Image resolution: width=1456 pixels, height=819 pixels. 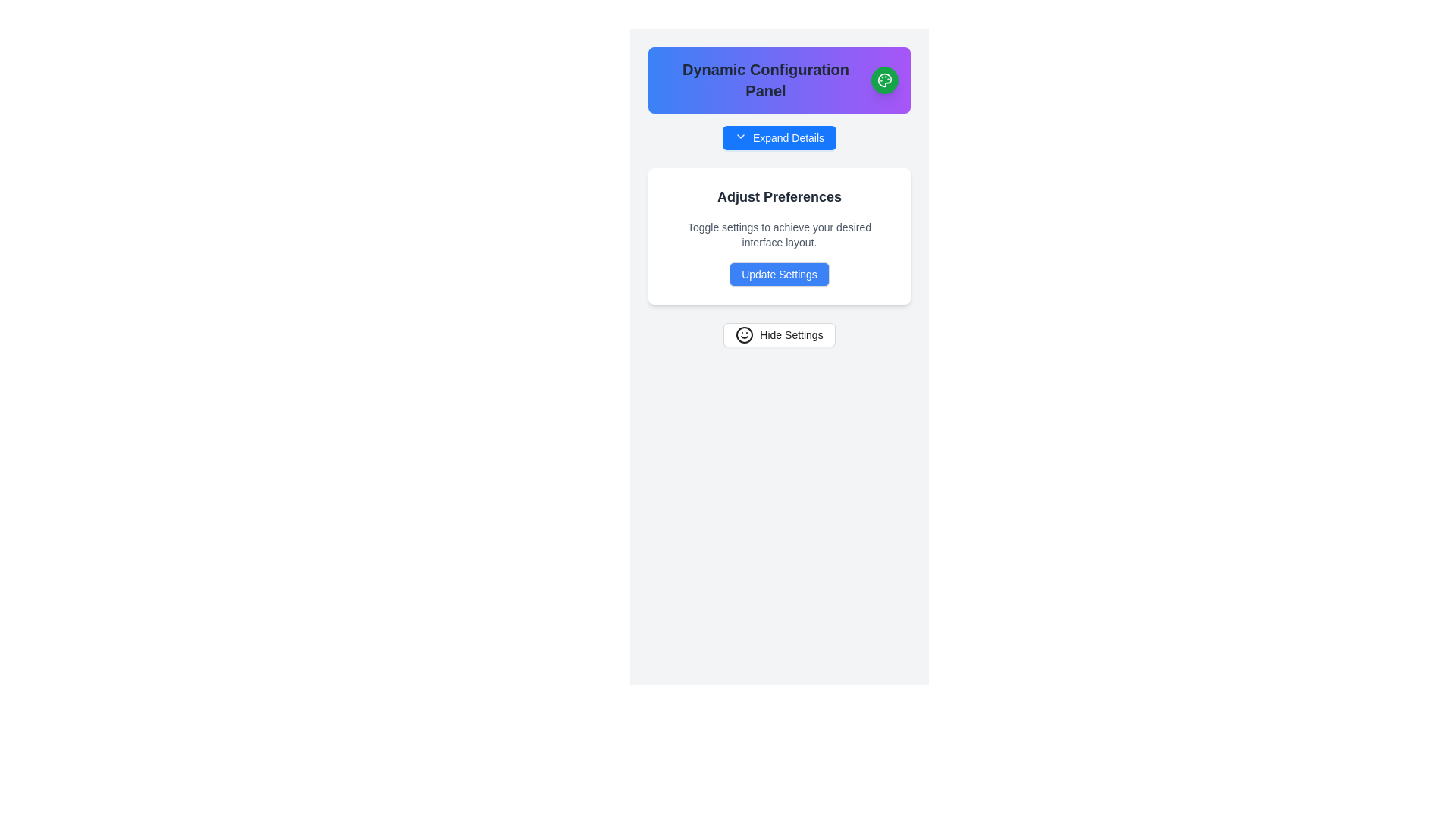 I want to click on the textual label within the button that indicates the function of hiding the settings panel, located at the bottom of the layout below the 'Adjust Preferences' section, so click(x=790, y=334).